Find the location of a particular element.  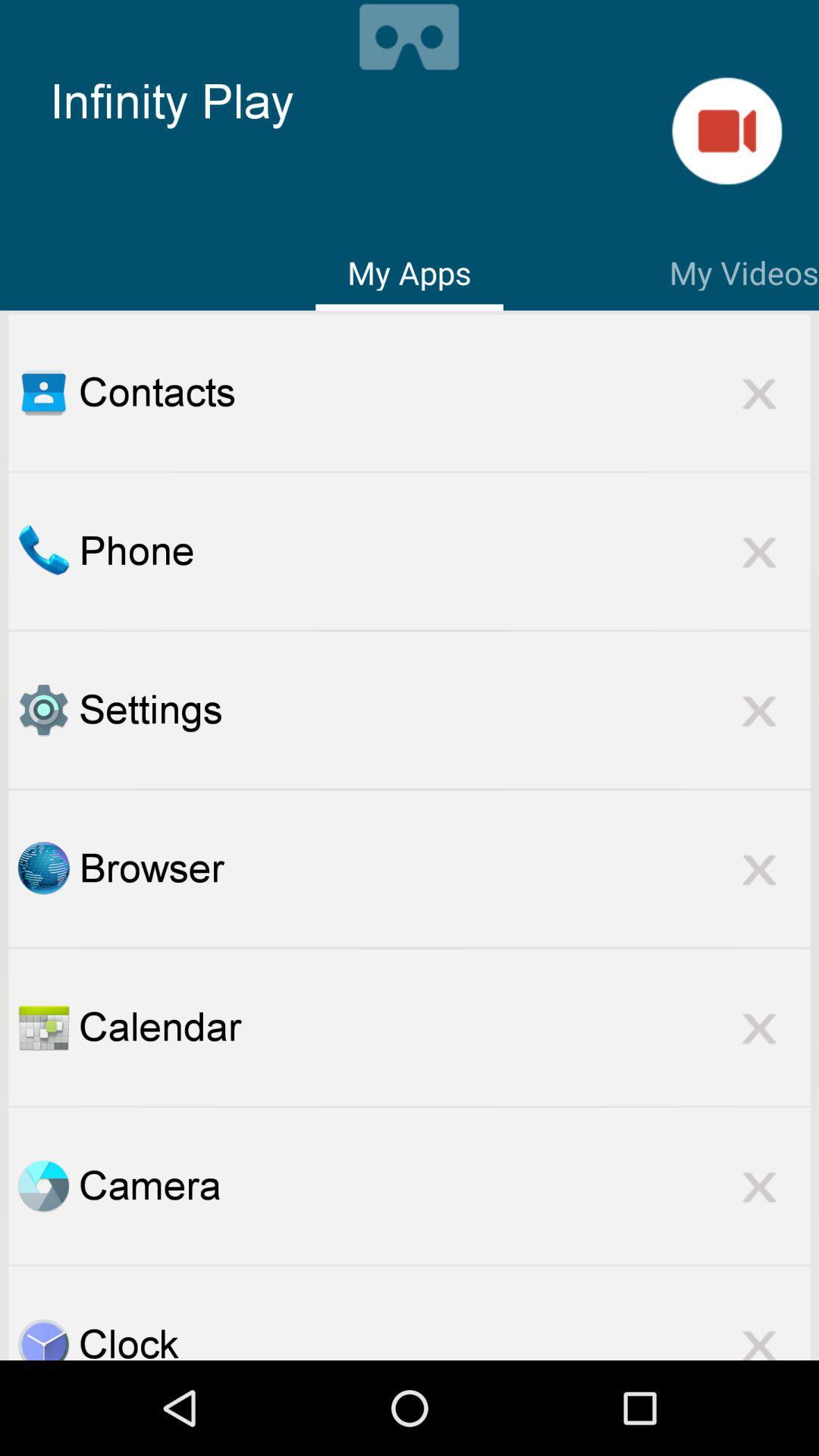

my videos item is located at coordinates (743, 270).